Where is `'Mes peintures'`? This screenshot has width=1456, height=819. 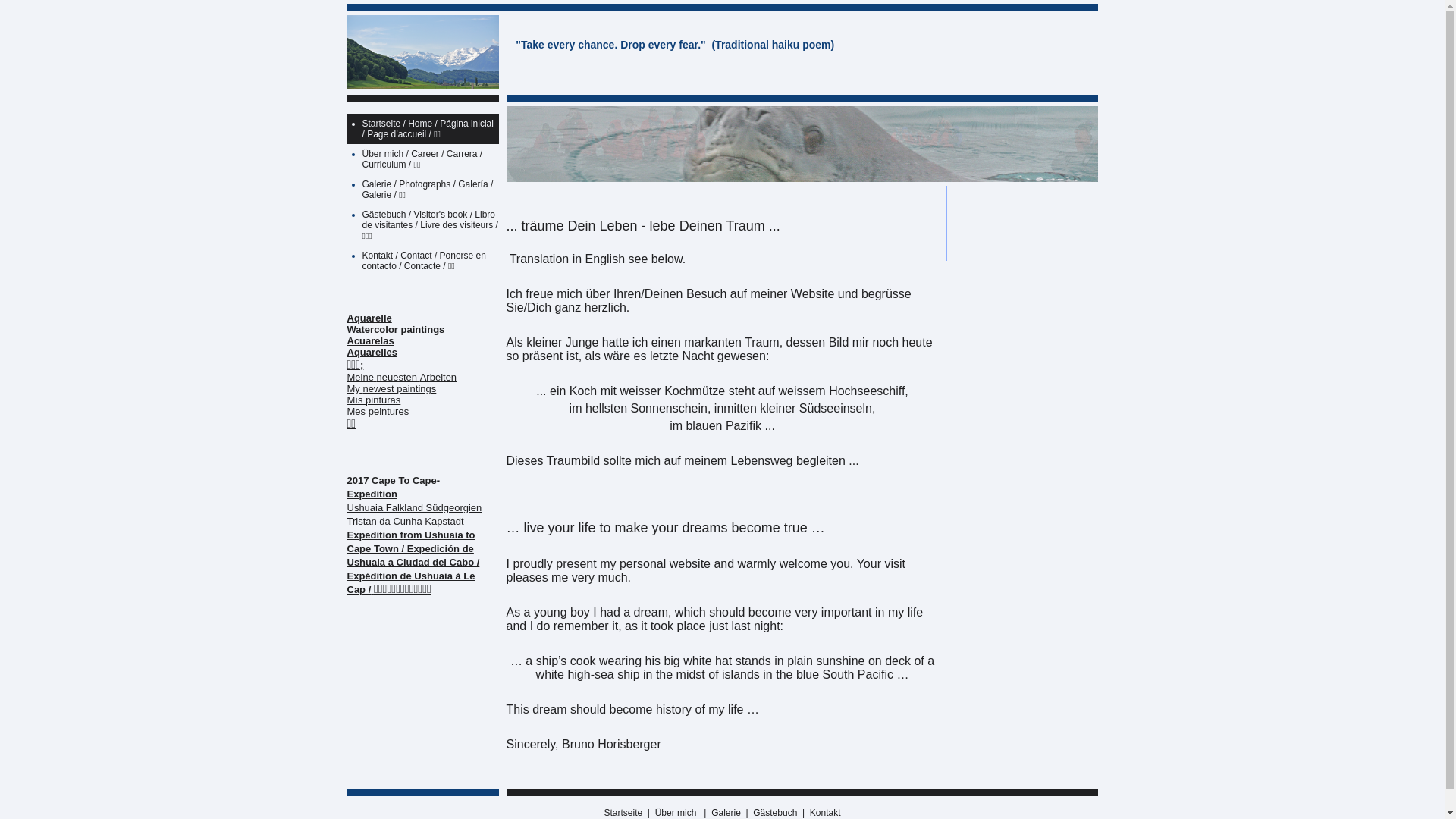
'Mes peintures' is located at coordinates (378, 411).